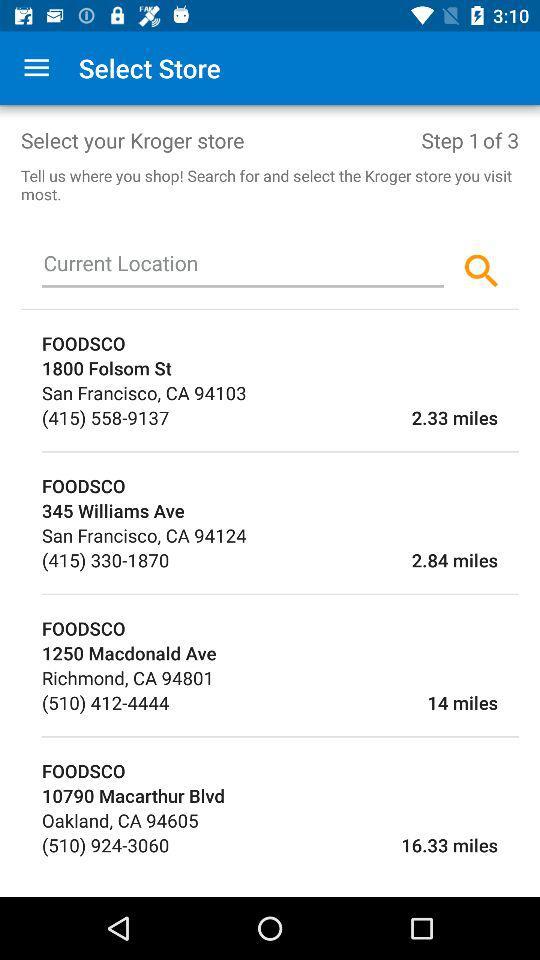 The height and width of the screenshot is (960, 540). Describe the element at coordinates (279, 652) in the screenshot. I see `item above the richmond, ca 94801` at that location.